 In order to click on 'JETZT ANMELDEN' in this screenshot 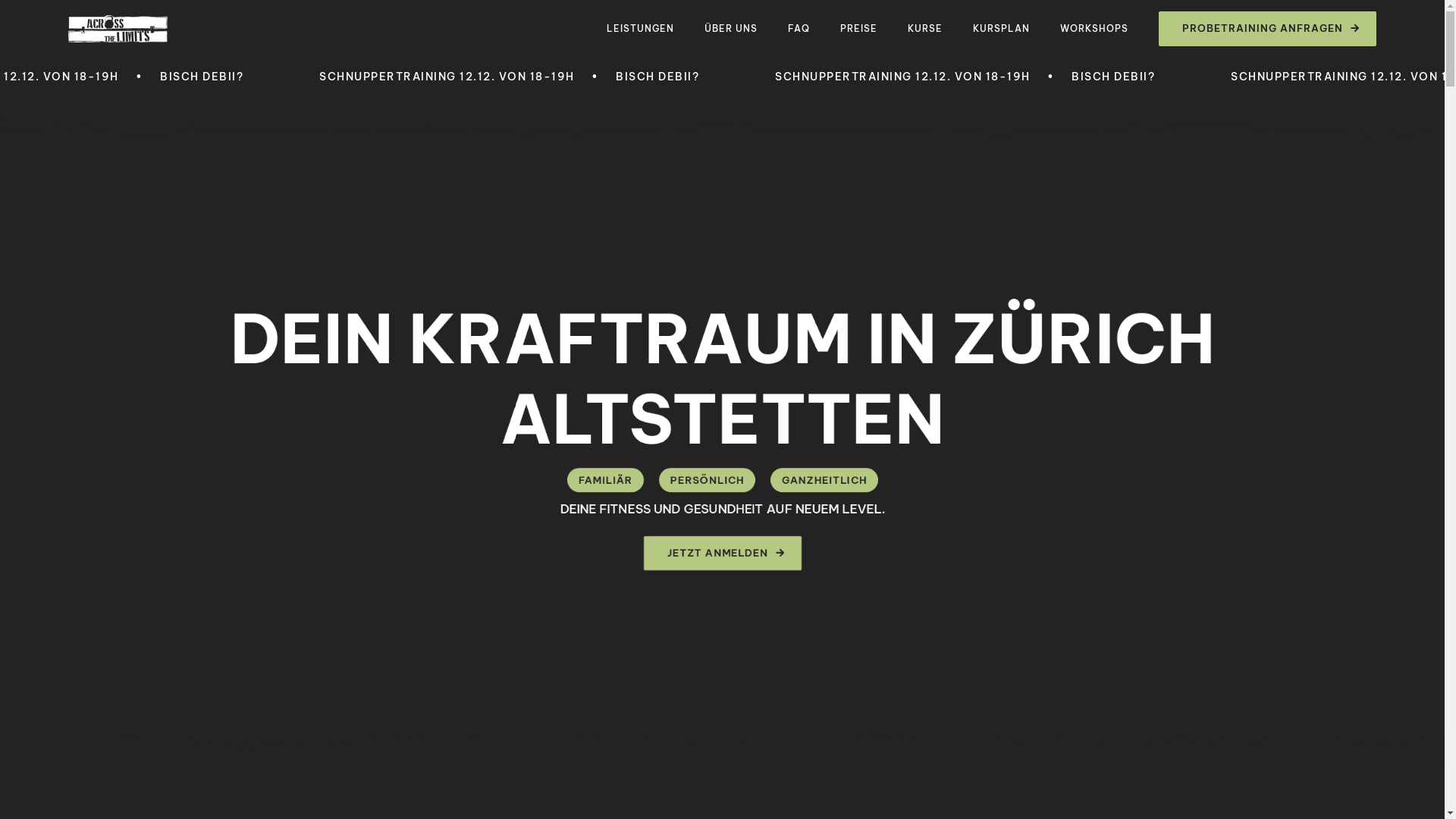, I will do `click(720, 553)`.